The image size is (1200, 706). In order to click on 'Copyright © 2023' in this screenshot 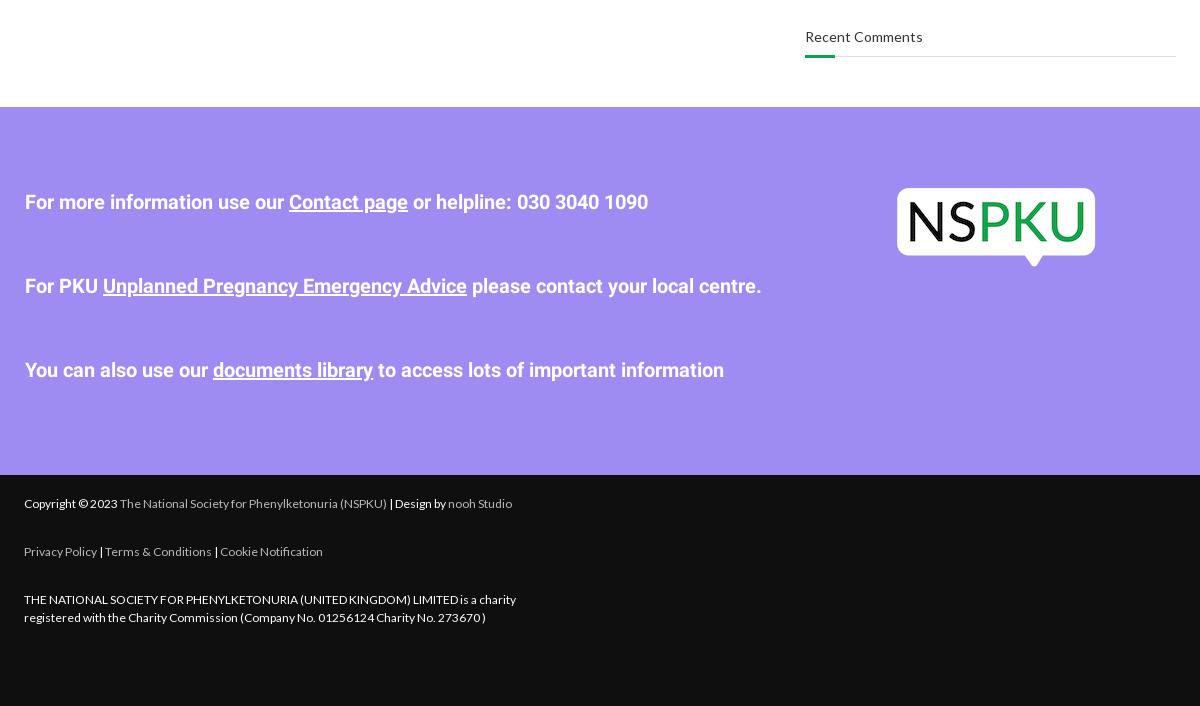, I will do `click(72, 501)`.